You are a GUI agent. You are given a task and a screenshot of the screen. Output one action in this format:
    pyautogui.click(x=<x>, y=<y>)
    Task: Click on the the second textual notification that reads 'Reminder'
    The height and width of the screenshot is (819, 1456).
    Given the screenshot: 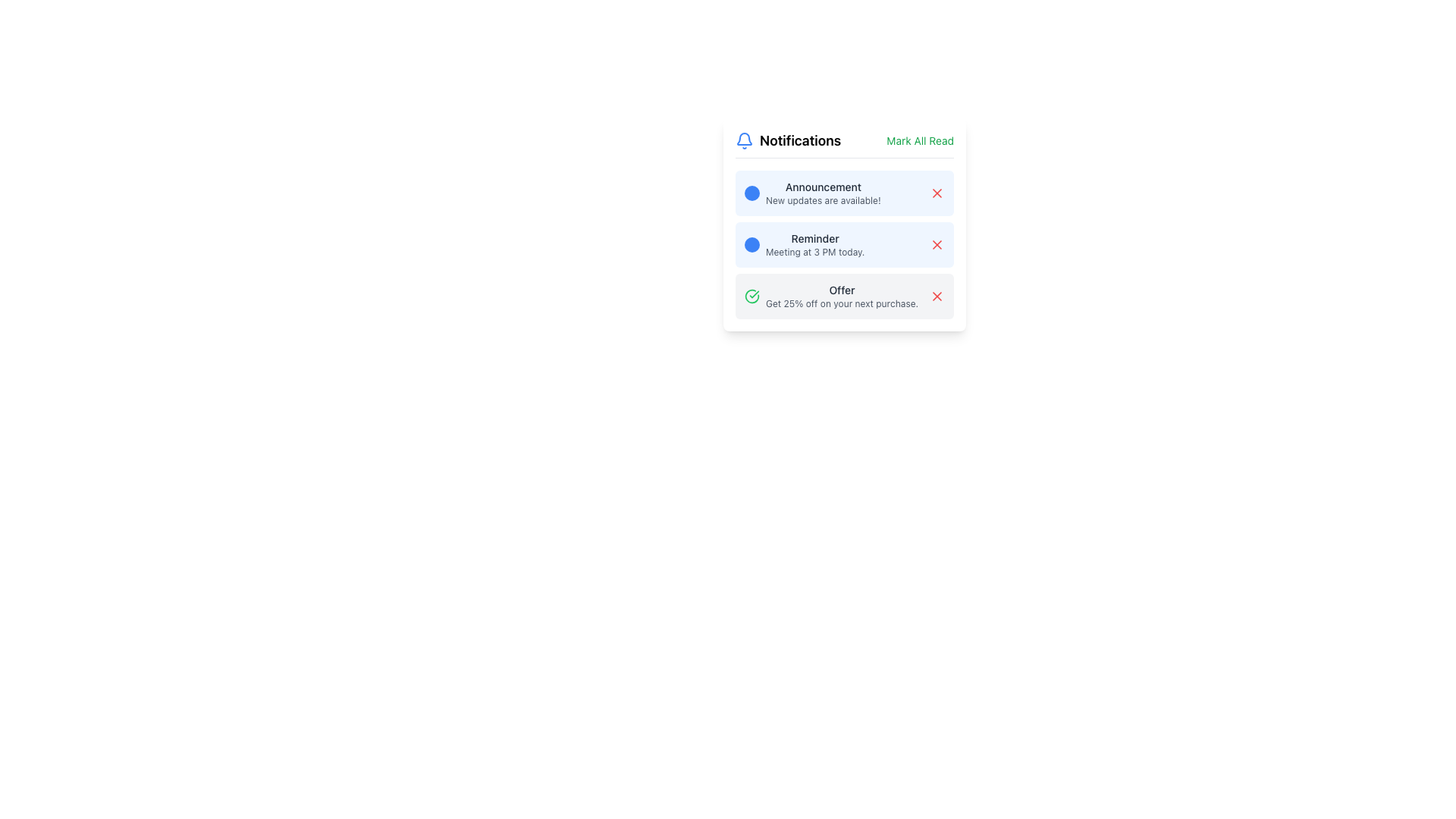 What is the action you would take?
    pyautogui.click(x=814, y=244)
    